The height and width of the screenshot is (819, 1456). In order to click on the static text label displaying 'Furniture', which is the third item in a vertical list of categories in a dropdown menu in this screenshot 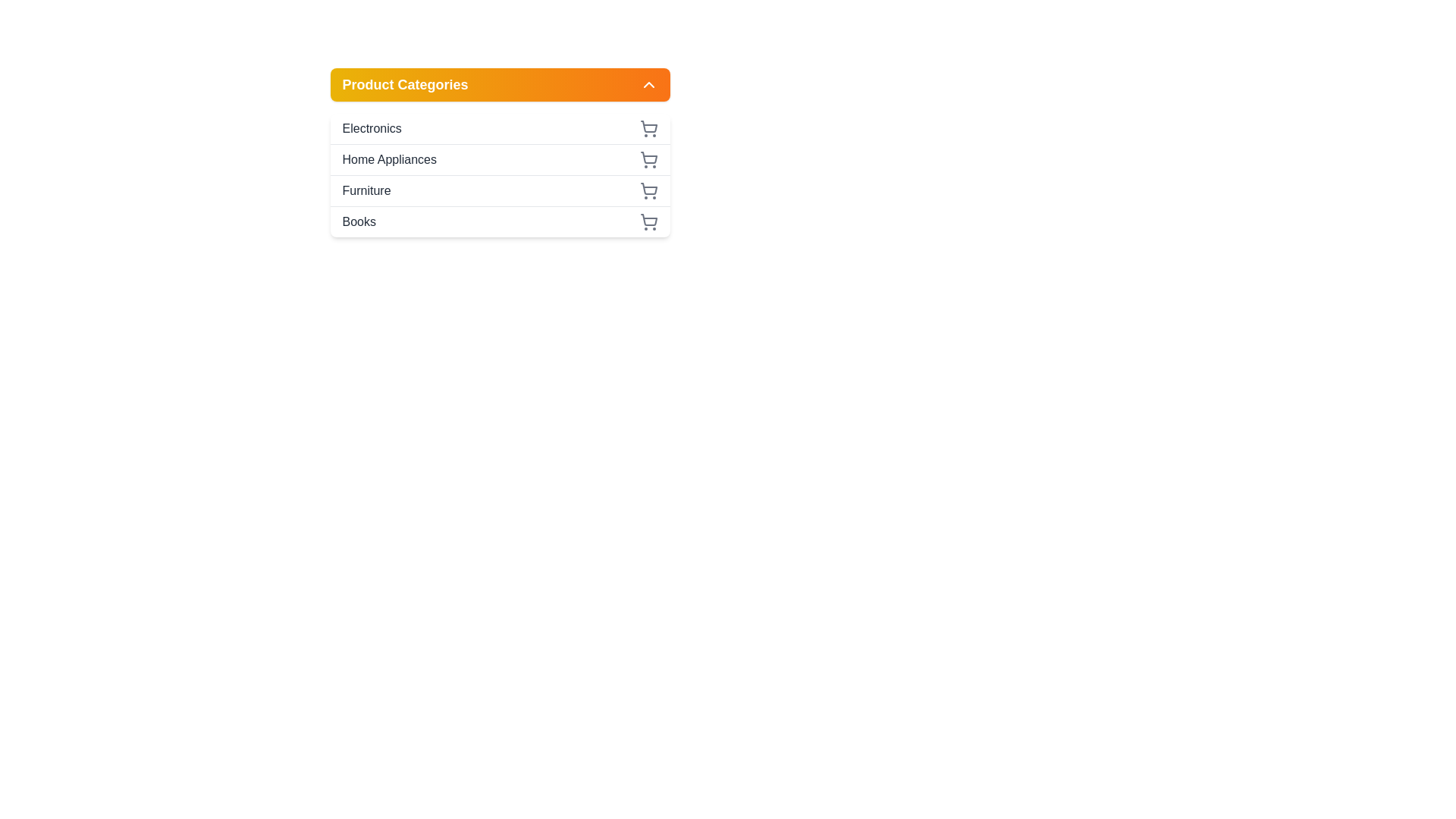, I will do `click(366, 190)`.